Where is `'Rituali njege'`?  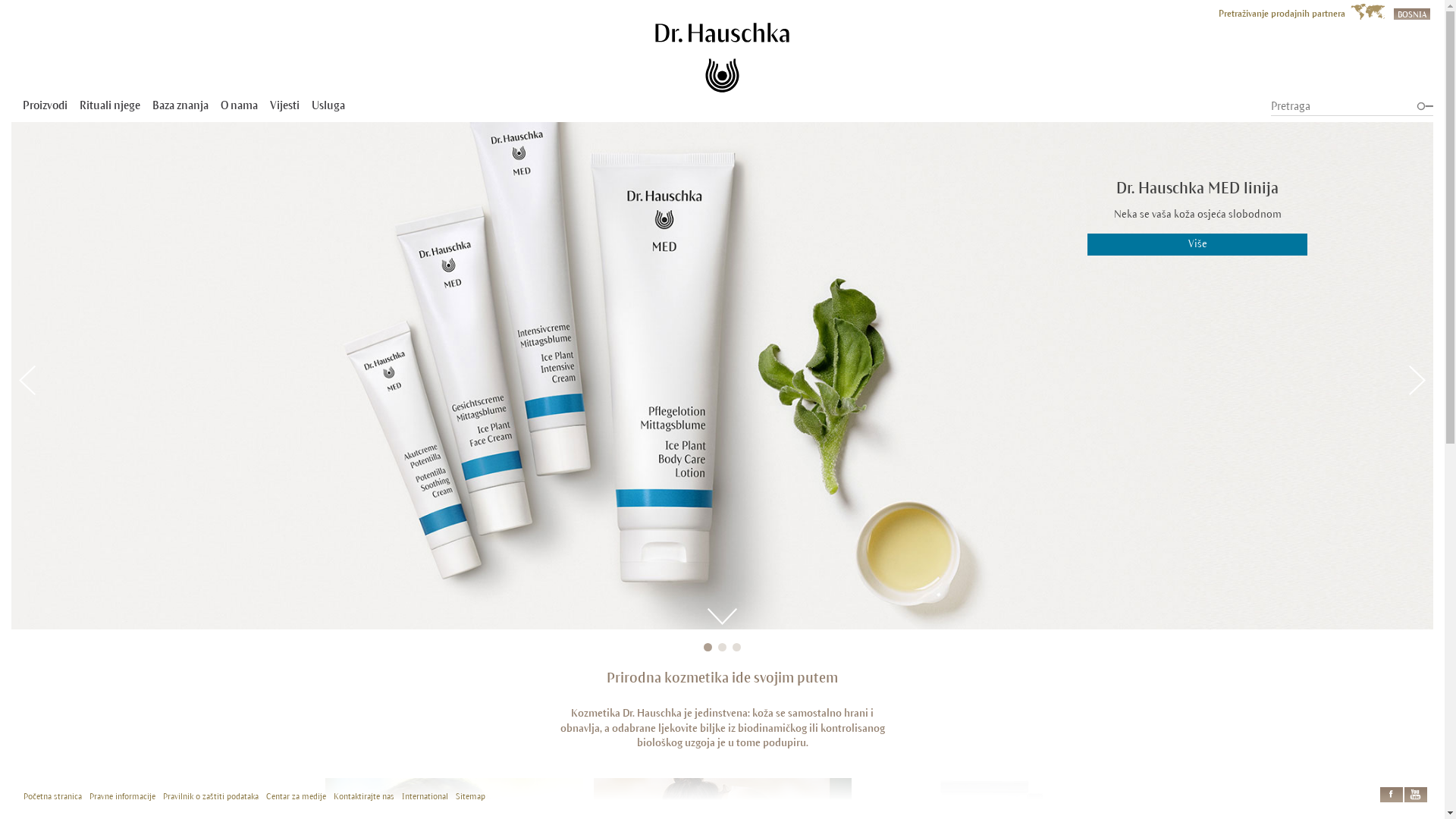
'Rituali njege' is located at coordinates (108, 104).